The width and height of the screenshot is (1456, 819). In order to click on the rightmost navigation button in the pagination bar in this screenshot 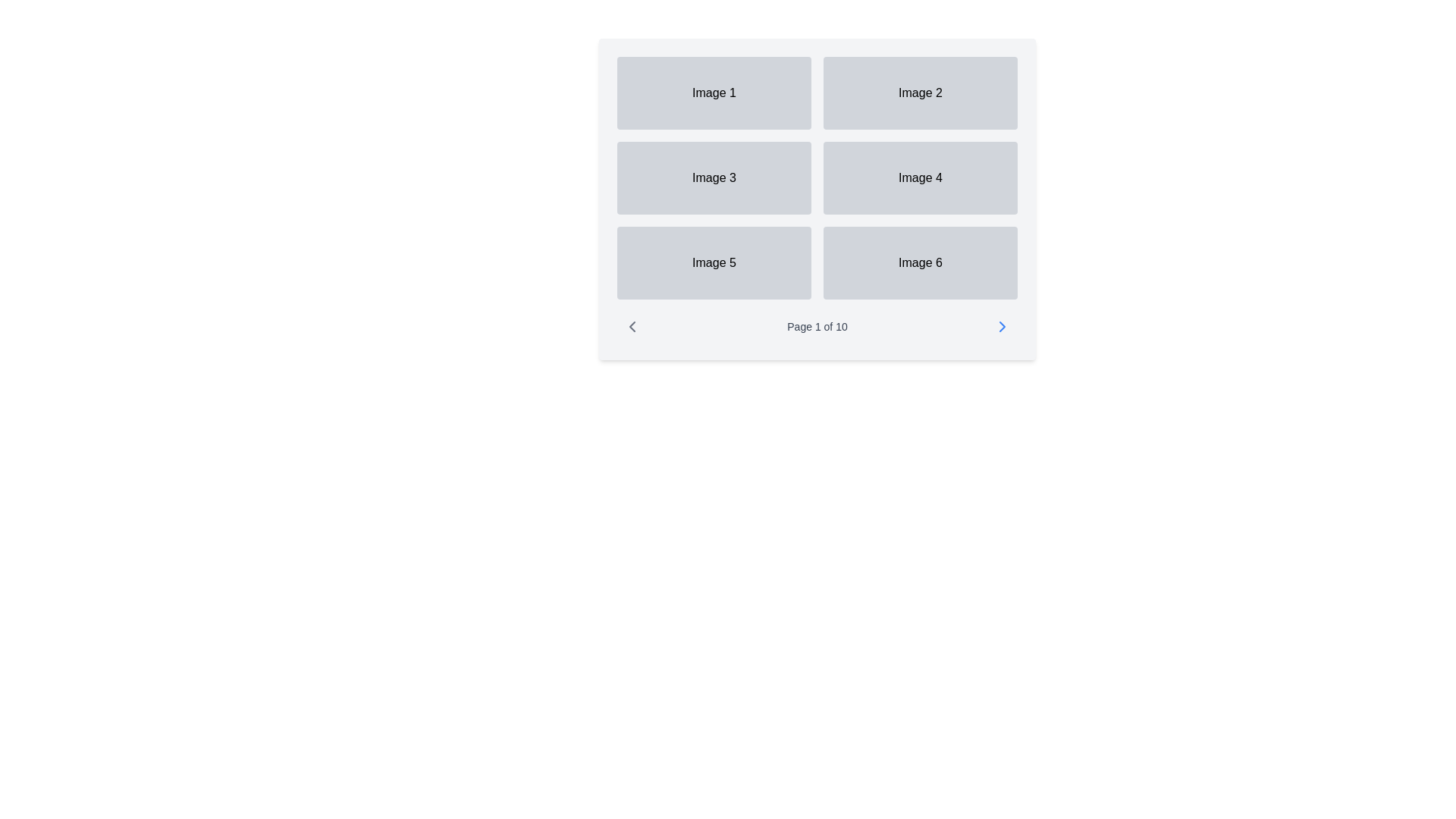, I will do `click(1002, 326)`.